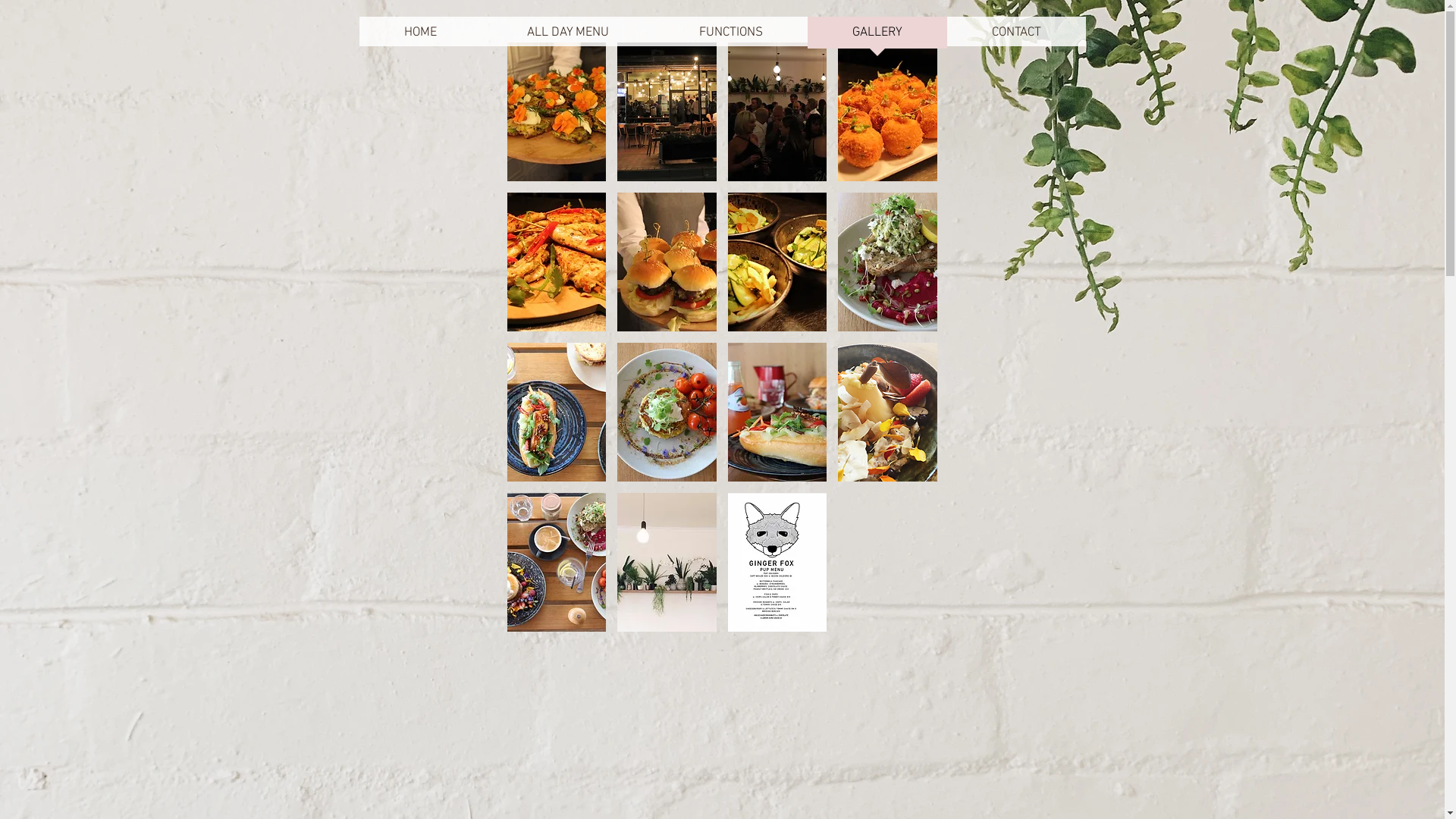 The height and width of the screenshot is (819, 1456). What do you see at coordinates (730, 36) in the screenshot?
I see `'FUNCTIONS'` at bounding box center [730, 36].